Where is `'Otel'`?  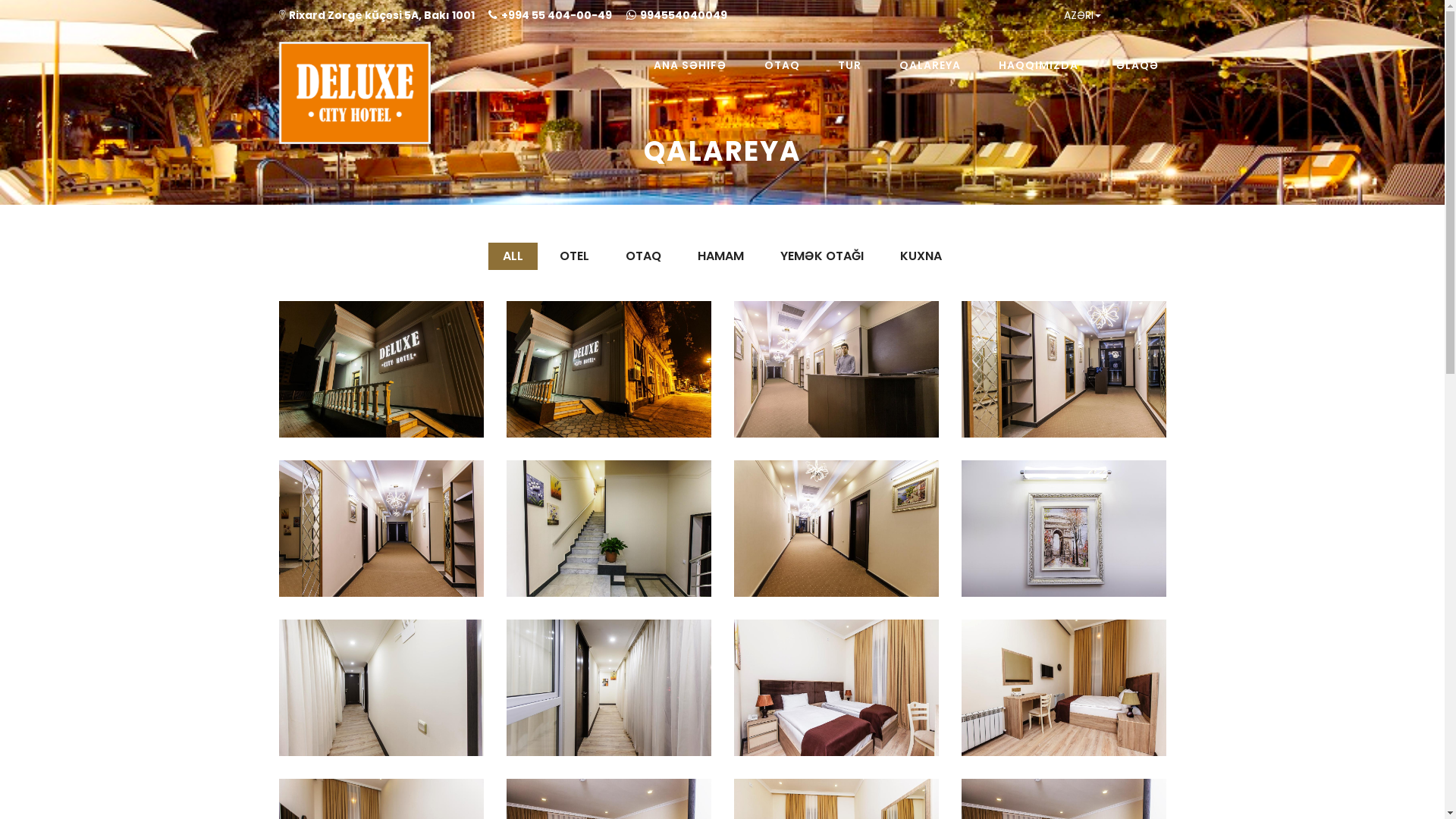 'Otel' is located at coordinates (608, 369).